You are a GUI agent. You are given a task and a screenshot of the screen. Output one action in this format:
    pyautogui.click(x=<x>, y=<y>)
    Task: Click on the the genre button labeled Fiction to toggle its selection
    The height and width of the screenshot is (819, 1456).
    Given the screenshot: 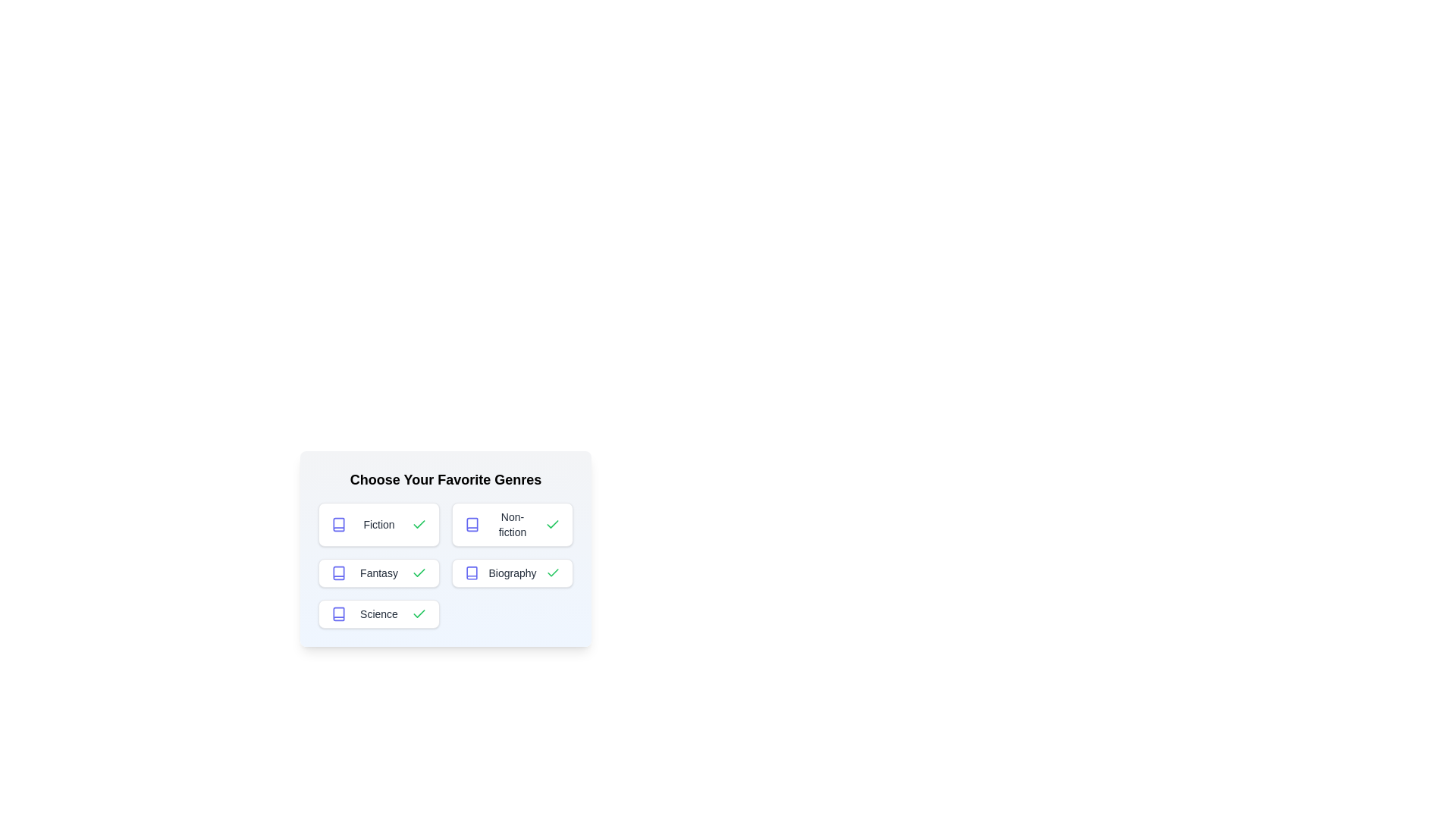 What is the action you would take?
    pyautogui.click(x=378, y=523)
    